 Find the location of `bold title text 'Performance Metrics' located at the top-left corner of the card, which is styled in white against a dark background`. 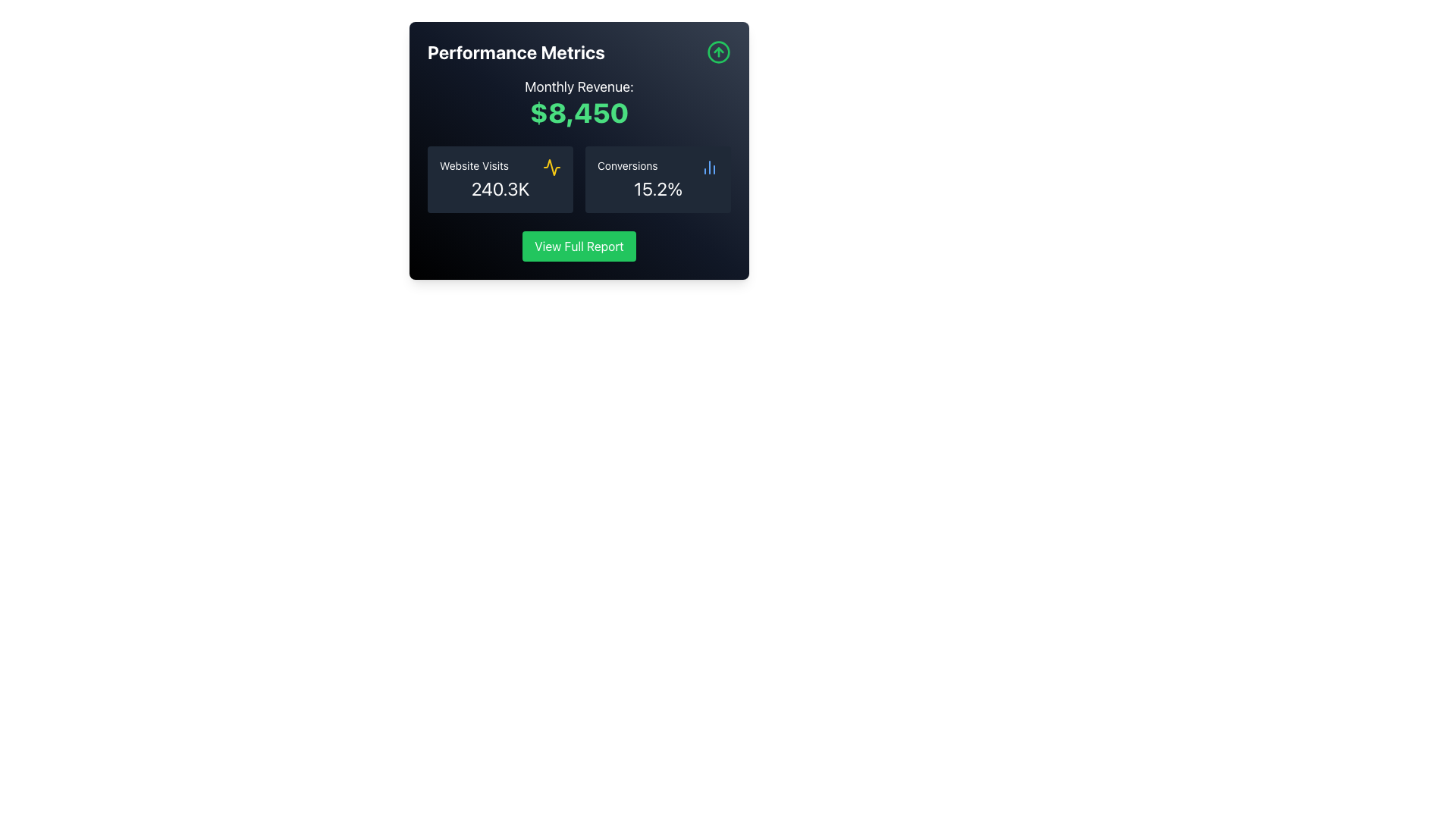

bold title text 'Performance Metrics' located at the top-left corner of the card, which is styled in white against a dark background is located at coordinates (516, 52).